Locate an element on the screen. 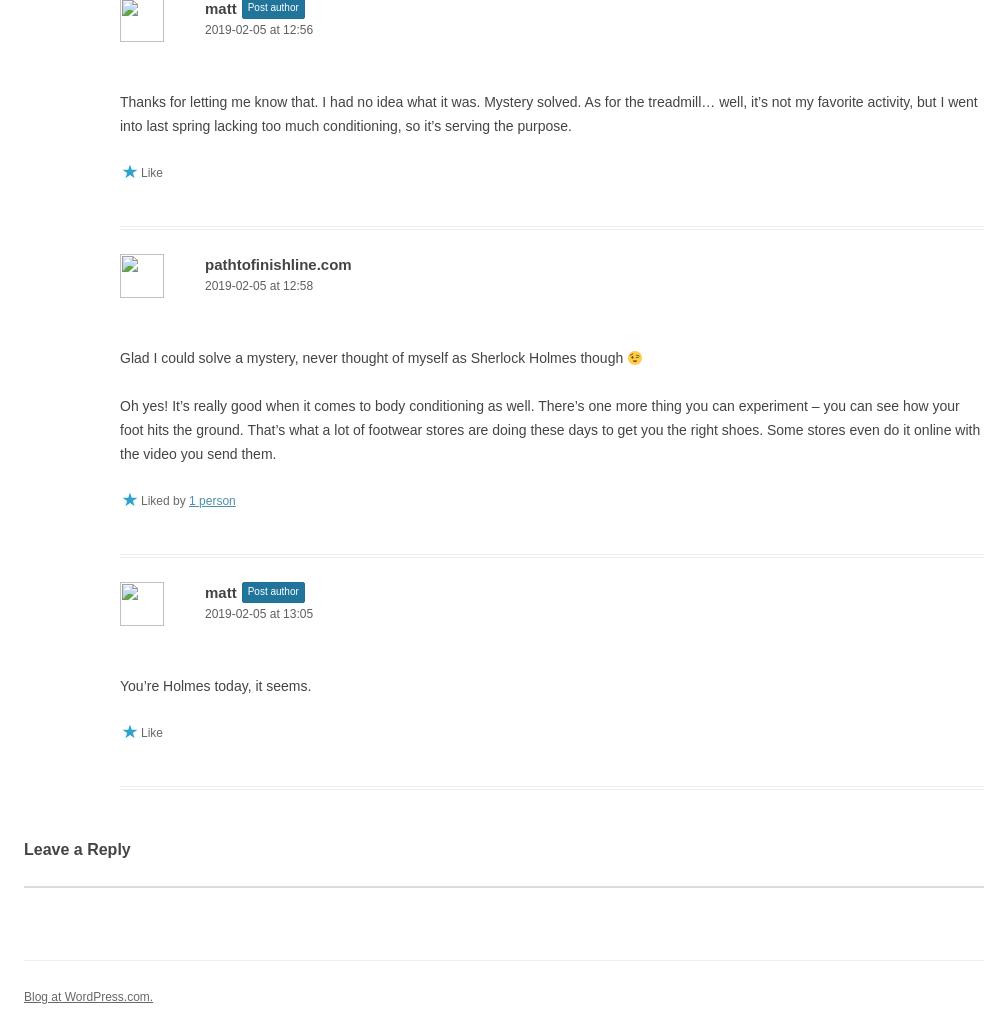  '2019-02-05 at 12:56' is located at coordinates (258, 28).